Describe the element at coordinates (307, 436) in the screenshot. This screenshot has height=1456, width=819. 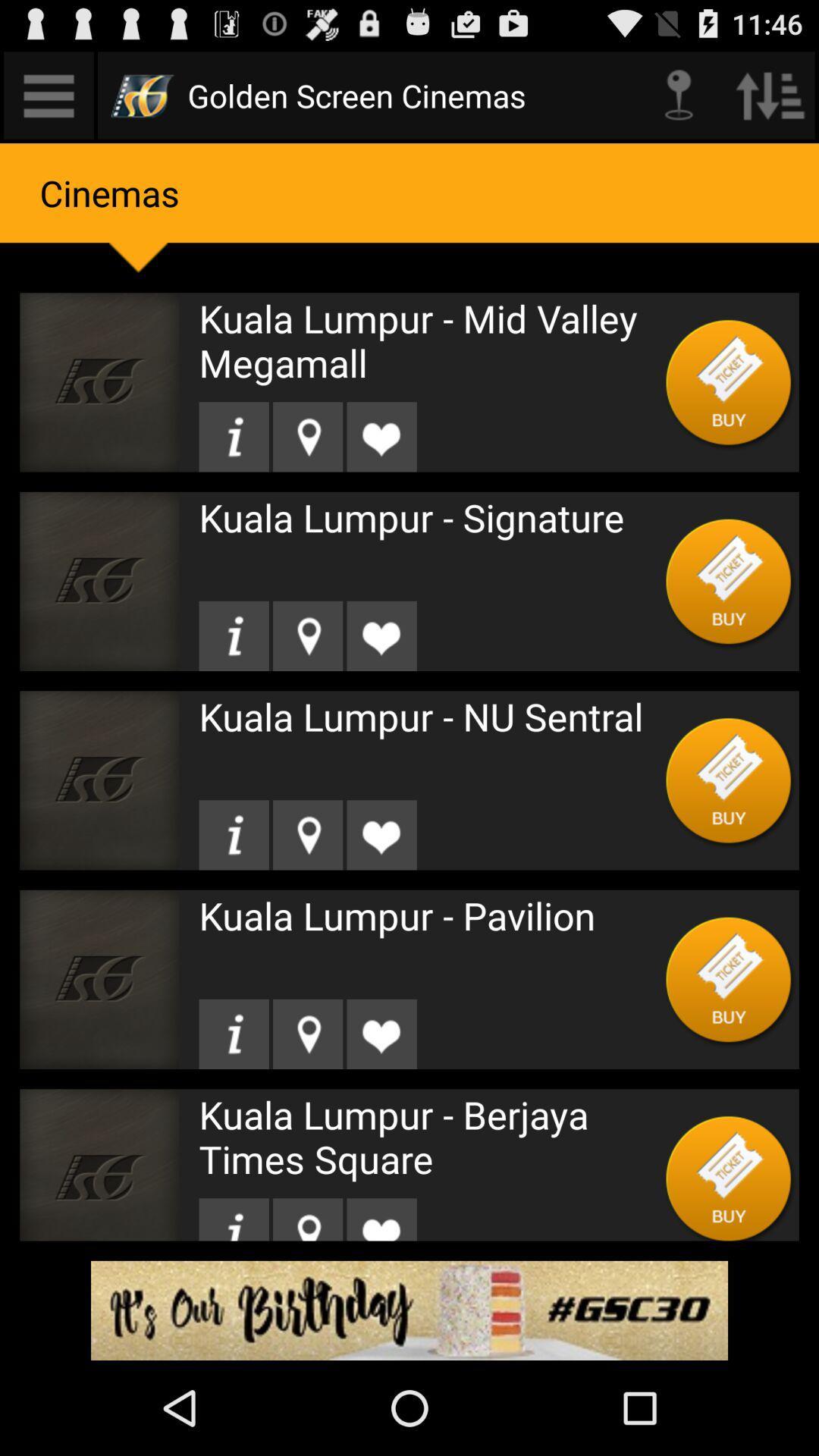
I see `logation` at that location.